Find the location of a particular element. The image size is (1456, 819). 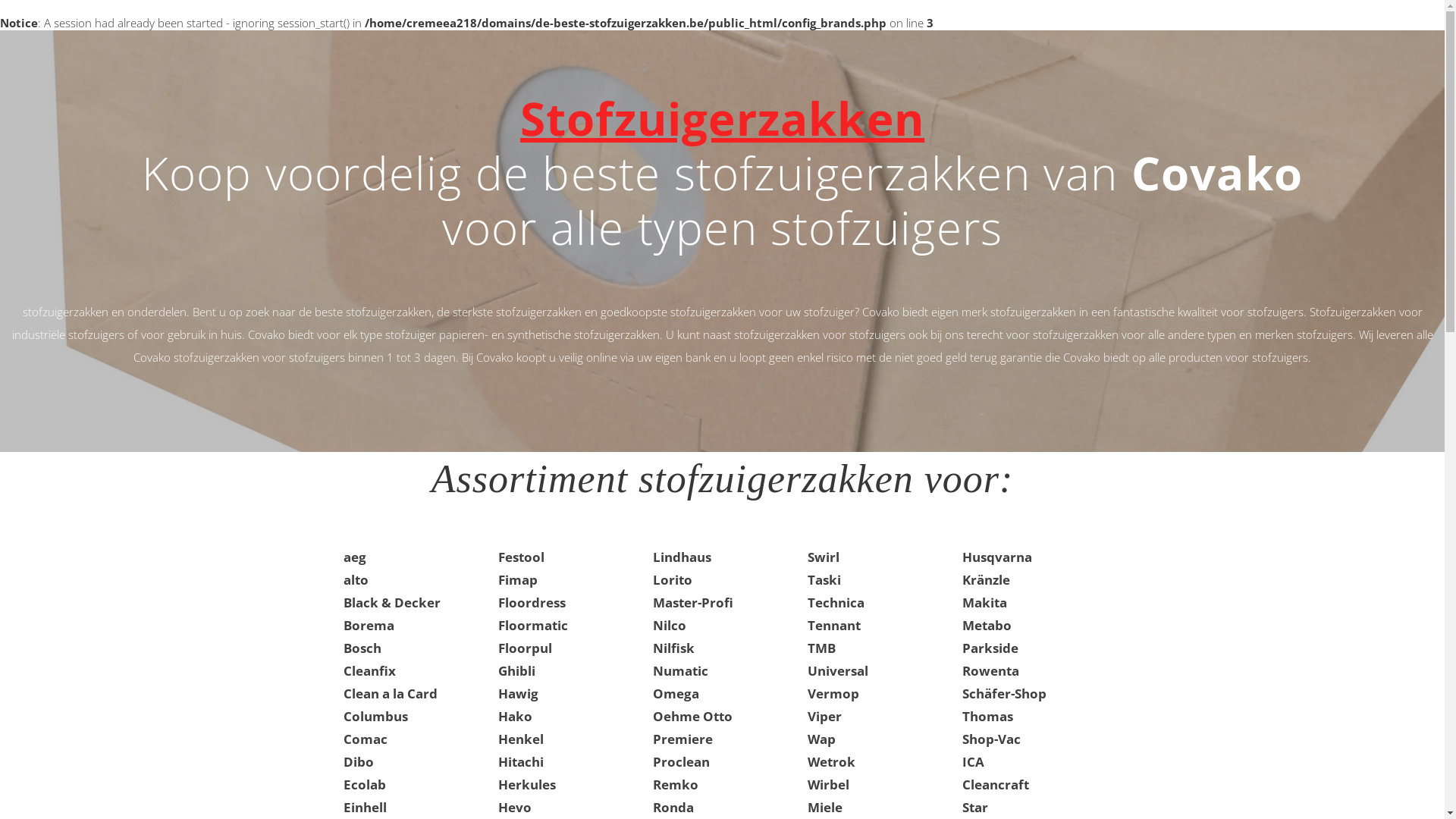

'Floorpul' is located at coordinates (524, 648).